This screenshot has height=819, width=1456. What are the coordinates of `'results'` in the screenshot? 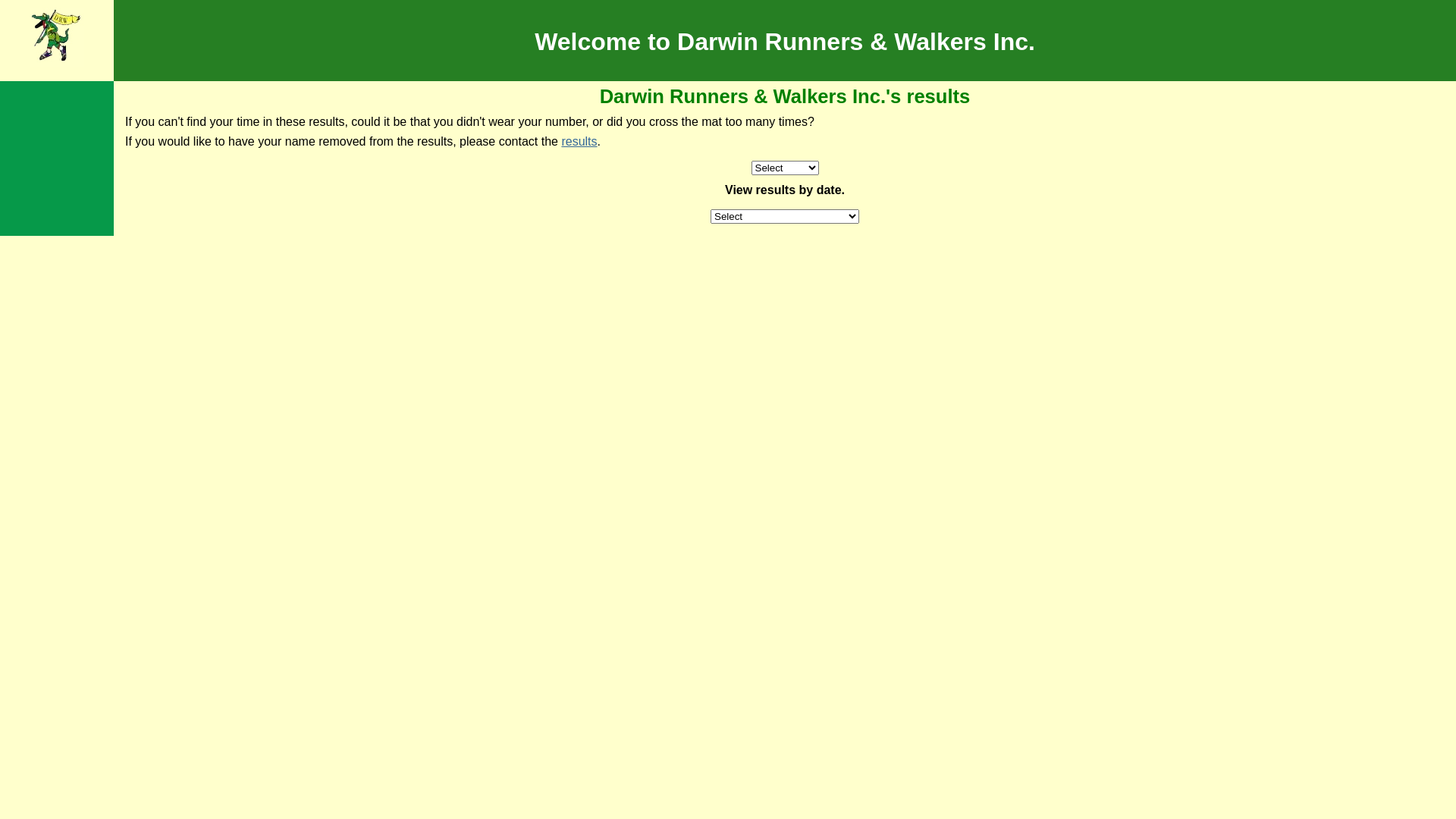 It's located at (560, 141).